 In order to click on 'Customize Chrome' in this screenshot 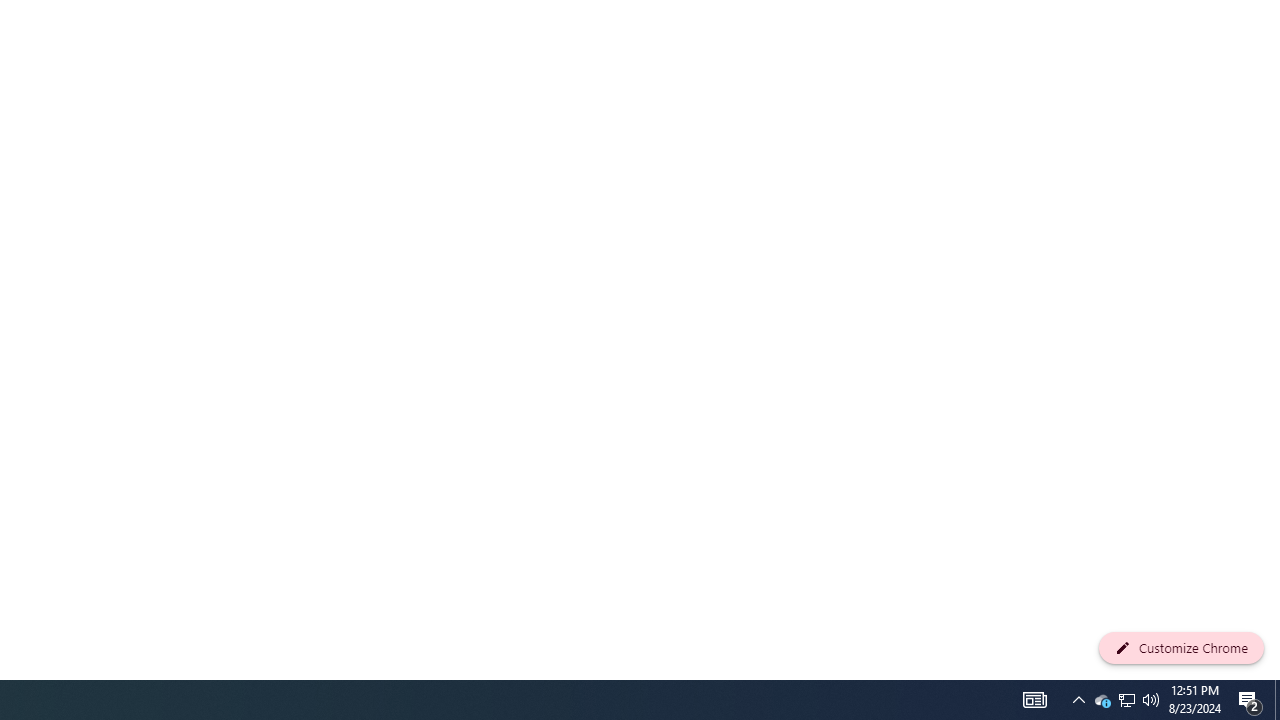, I will do `click(1181, 648)`.